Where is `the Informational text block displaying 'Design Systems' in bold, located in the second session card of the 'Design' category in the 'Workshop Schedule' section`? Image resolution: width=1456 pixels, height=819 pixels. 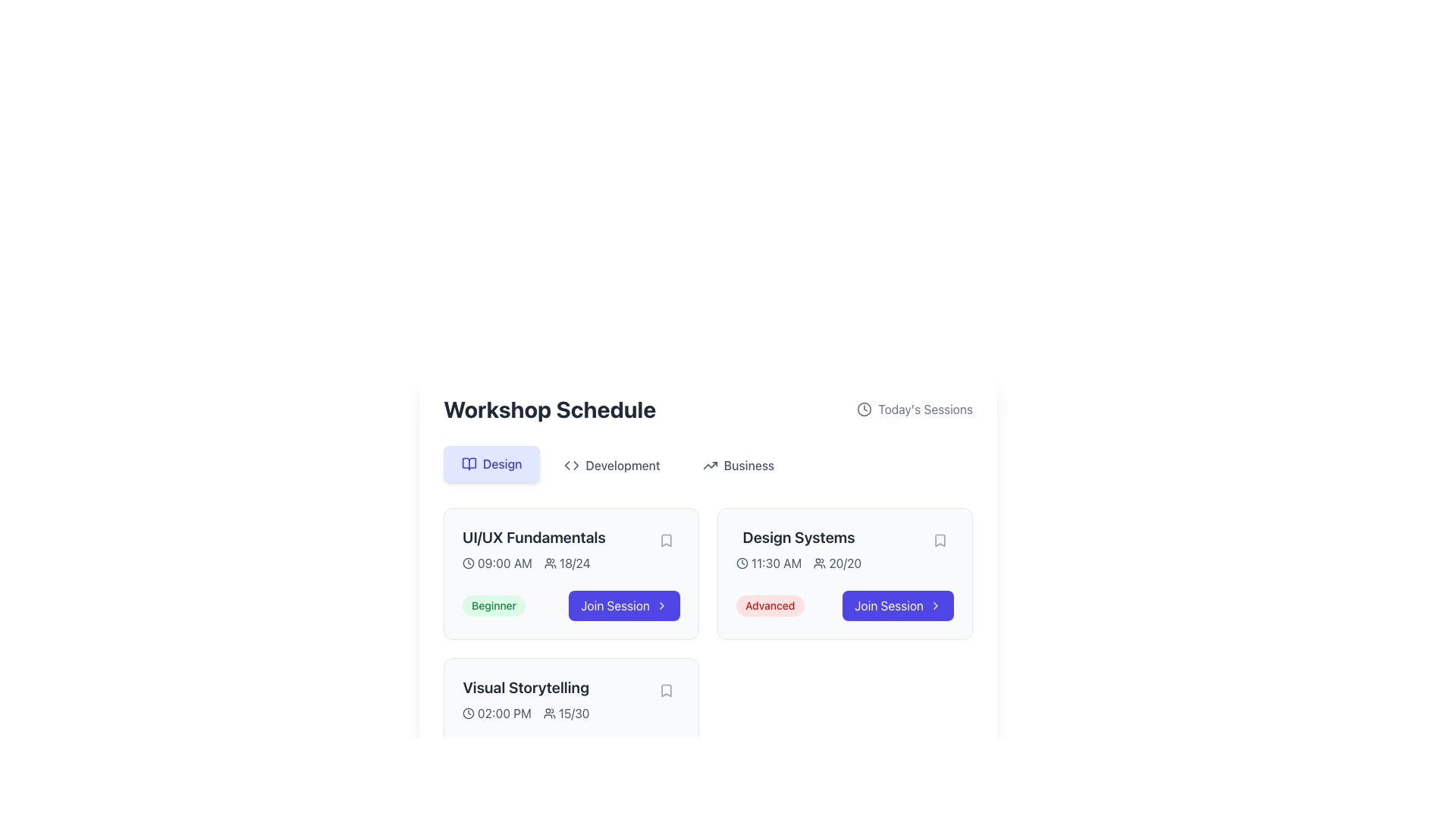
the Informational text block displaying 'Design Systems' in bold, located in the second session card of the 'Design' category in the 'Workshop Schedule' section is located at coordinates (844, 550).